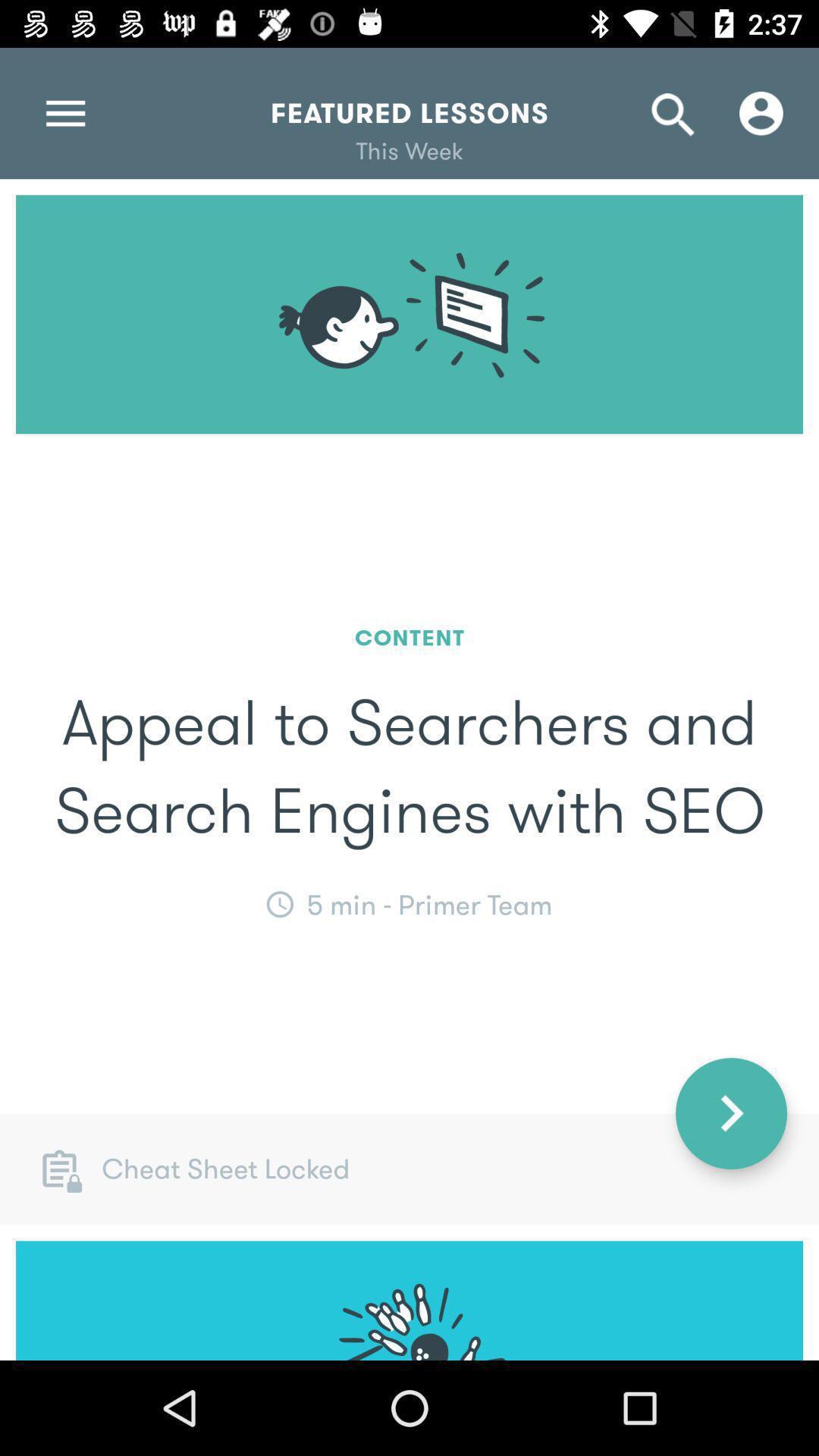 The height and width of the screenshot is (1456, 819). I want to click on the search icon, so click(673, 112).